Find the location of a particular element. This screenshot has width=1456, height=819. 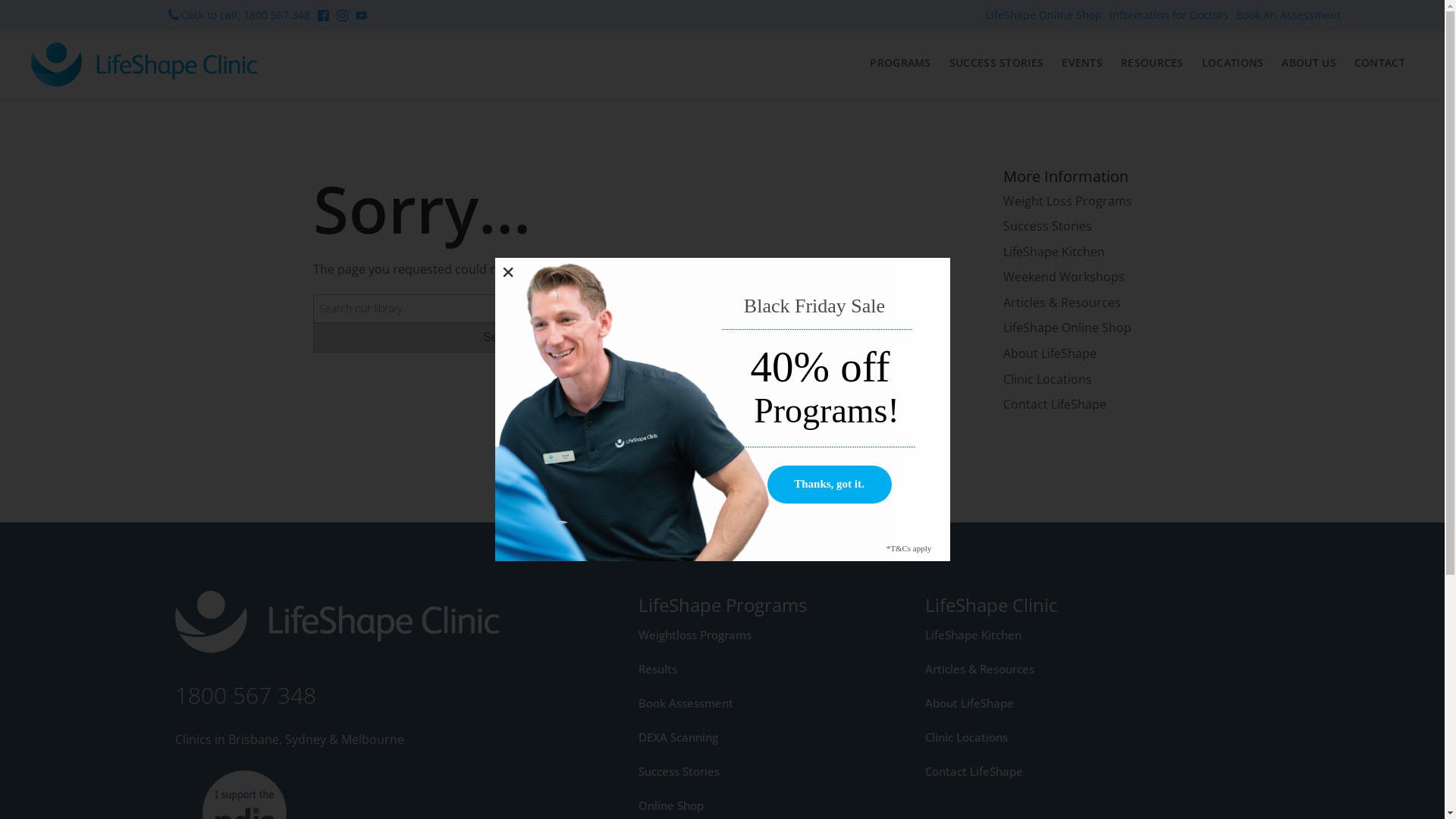

'Contact LifeShape' is located at coordinates (1002, 403).